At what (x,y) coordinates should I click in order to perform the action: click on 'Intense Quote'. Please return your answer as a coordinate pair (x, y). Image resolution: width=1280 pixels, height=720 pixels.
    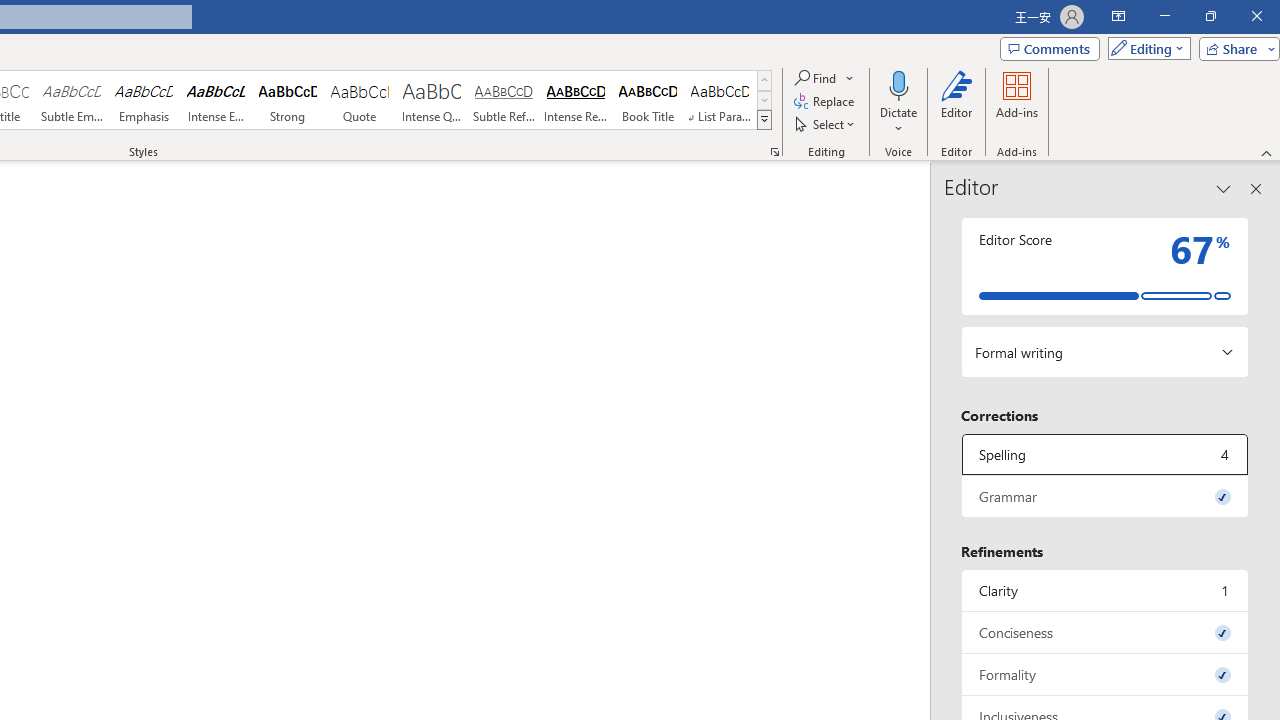
    Looking at the image, I should click on (431, 100).